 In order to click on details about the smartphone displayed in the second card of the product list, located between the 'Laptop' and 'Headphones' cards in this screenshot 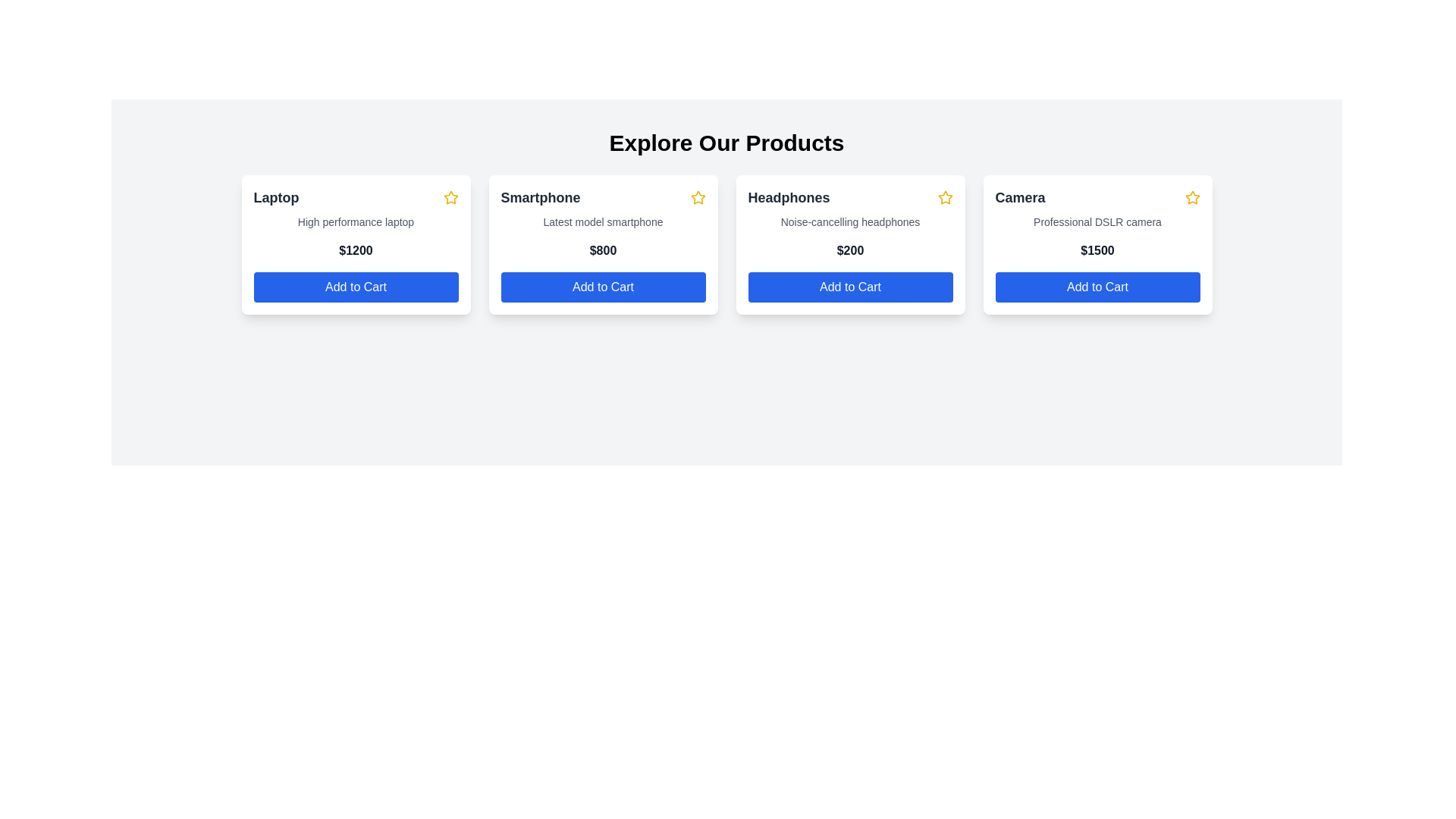, I will do `click(602, 244)`.